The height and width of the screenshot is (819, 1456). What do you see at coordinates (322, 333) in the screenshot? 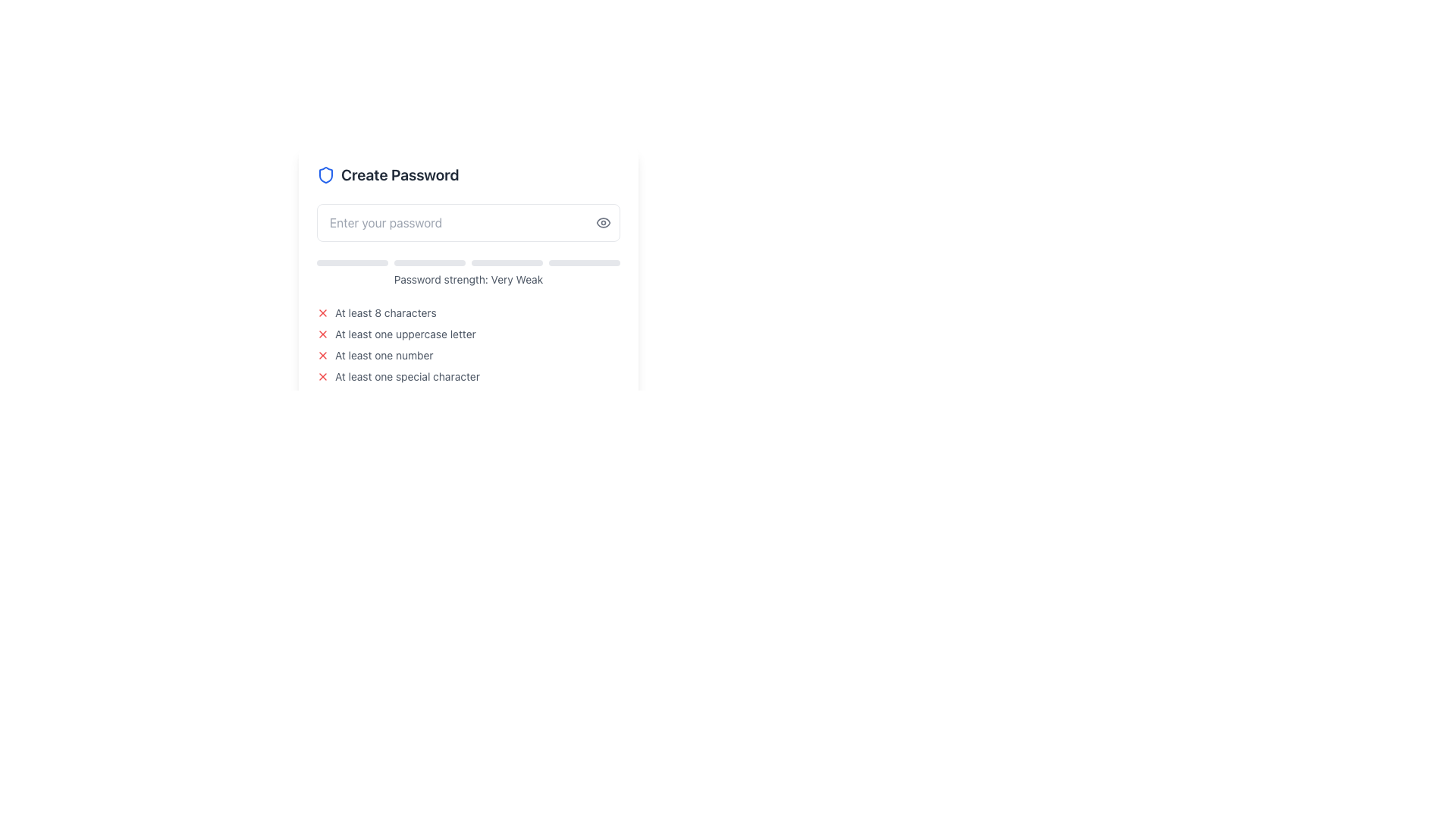
I see `the red 'X' icon indicating an unmet condition or error, which is positioned to the left of the description text 'At least one uppercase letter'` at bounding box center [322, 333].